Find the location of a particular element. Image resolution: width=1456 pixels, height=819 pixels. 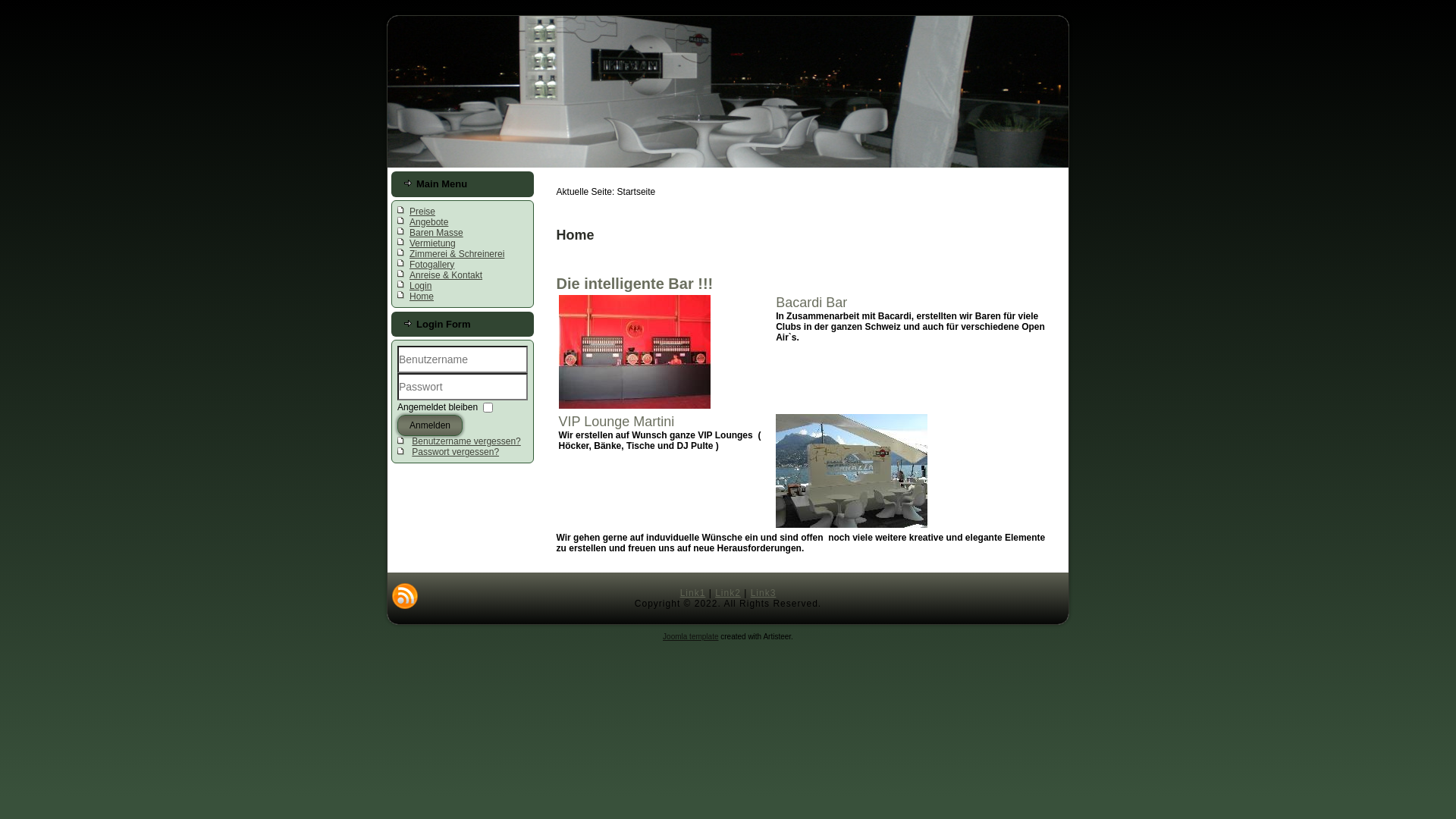

'Home' is located at coordinates (422, 296).